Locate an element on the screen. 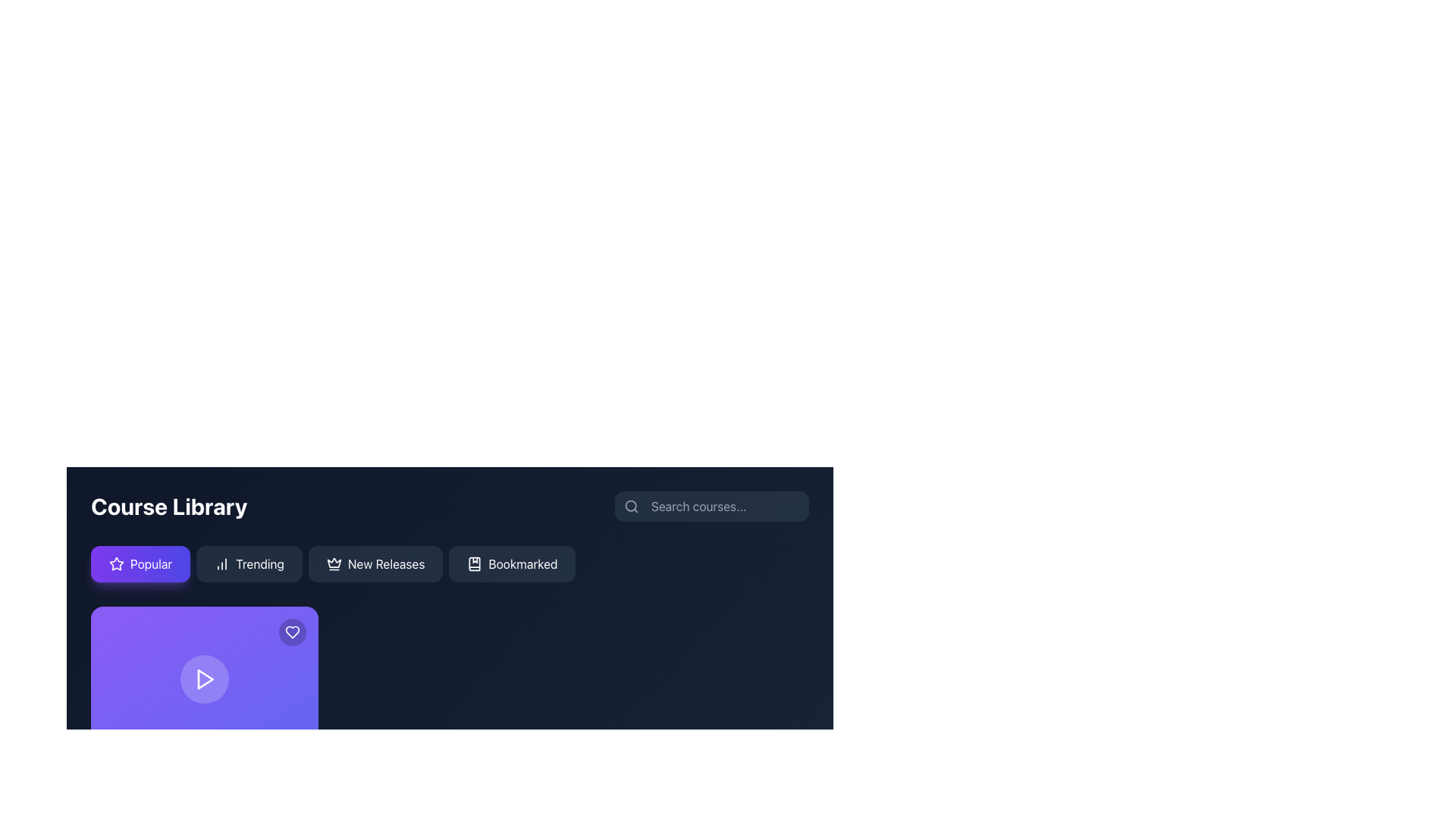 The image size is (1456, 819). 'Popular' label that indicates its functionality related to filtering content for popular items, located below the 'Course Library' text is located at coordinates (151, 564).